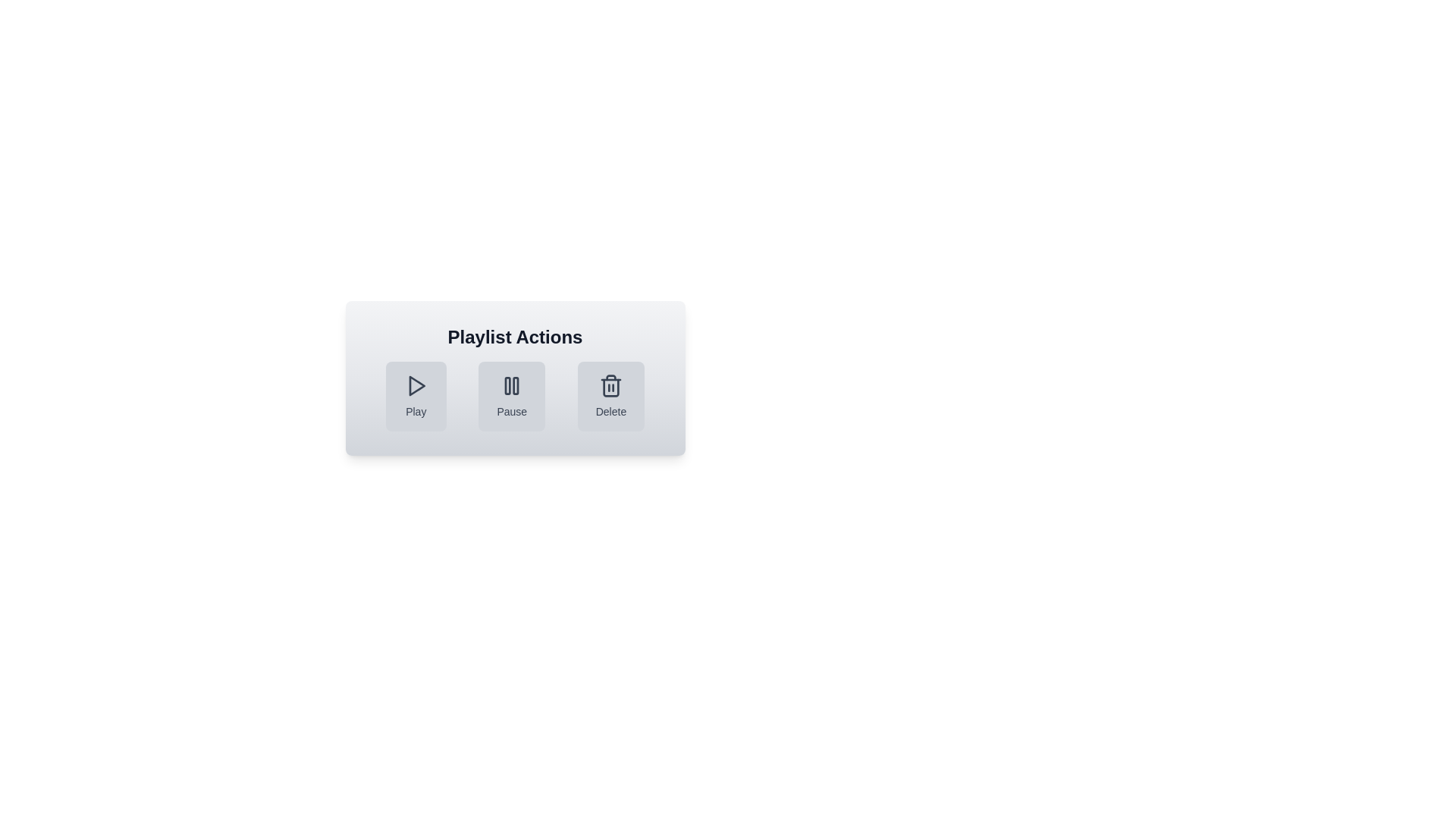 The height and width of the screenshot is (819, 1456). Describe the element at coordinates (416, 396) in the screenshot. I see `the Play button` at that location.